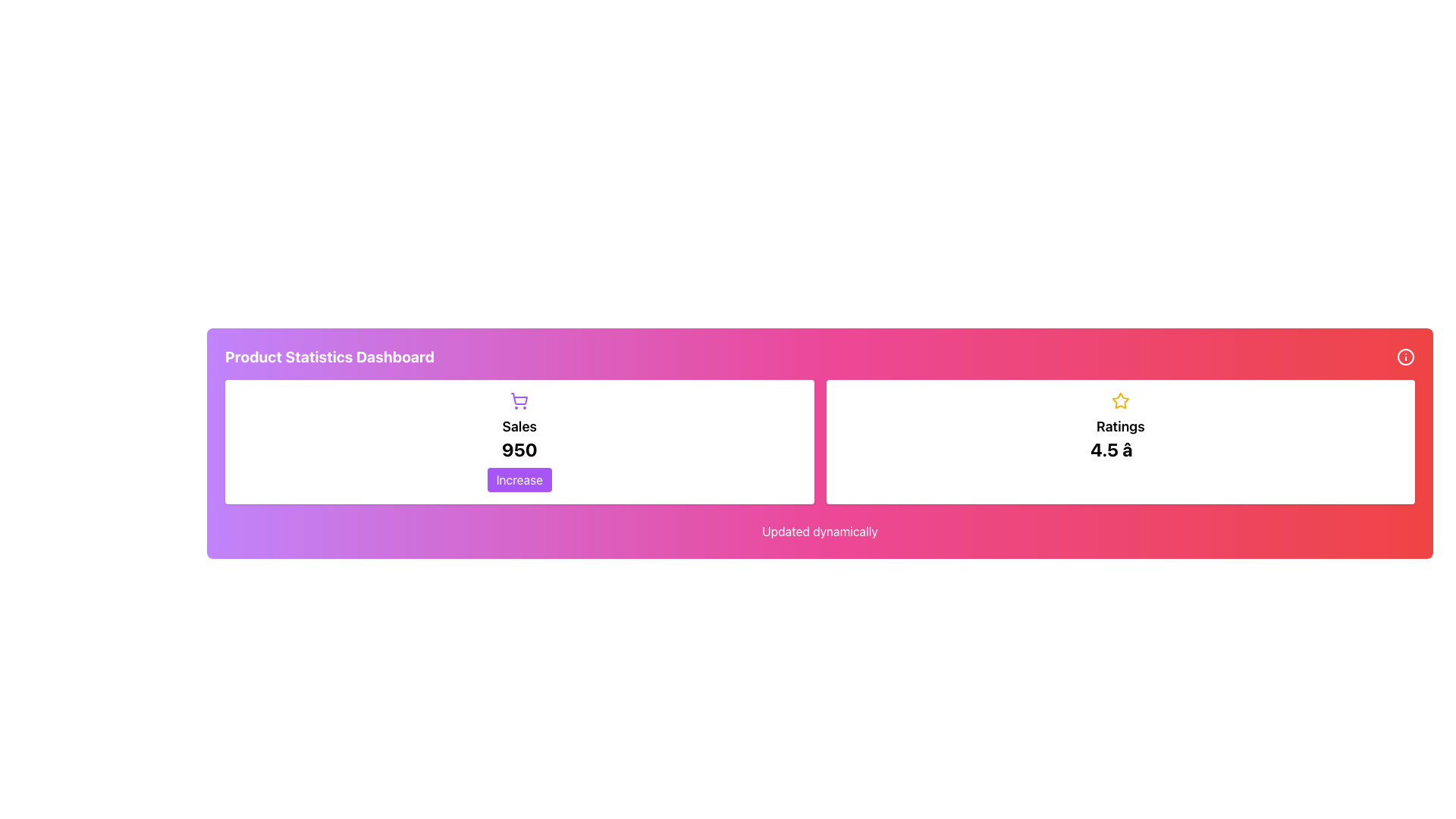 The image size is (1456, 819). What do you see at coordinates (1120, 400) in the screenshot?
I see `the star icon used for rating, which is located above the rating value of '4.5' in the rightmost card of a horizontal layout of two cards` at bounding box center [1120, 400].